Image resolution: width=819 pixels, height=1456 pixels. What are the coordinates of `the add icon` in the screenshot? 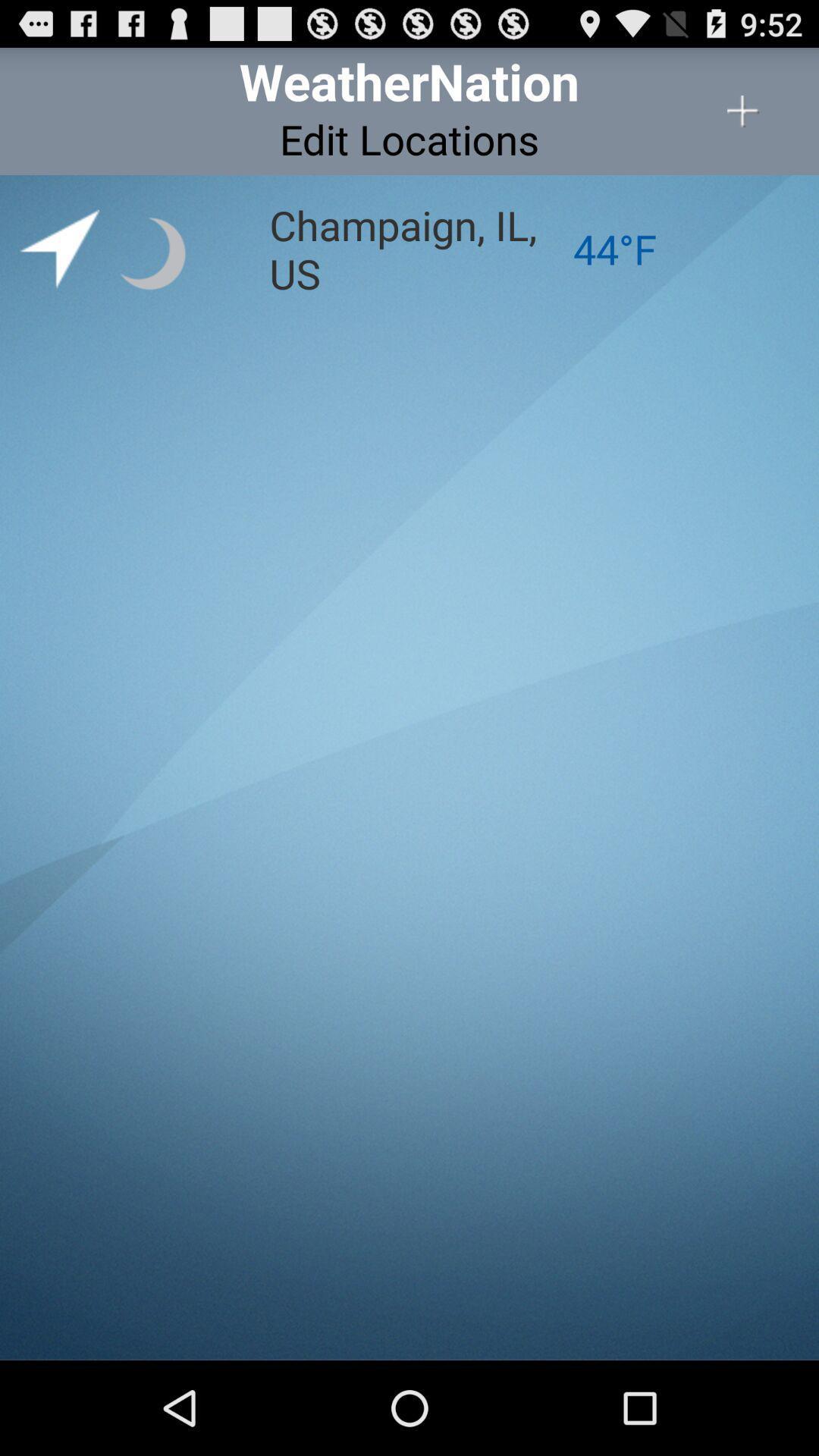 It's located at (742, 118).